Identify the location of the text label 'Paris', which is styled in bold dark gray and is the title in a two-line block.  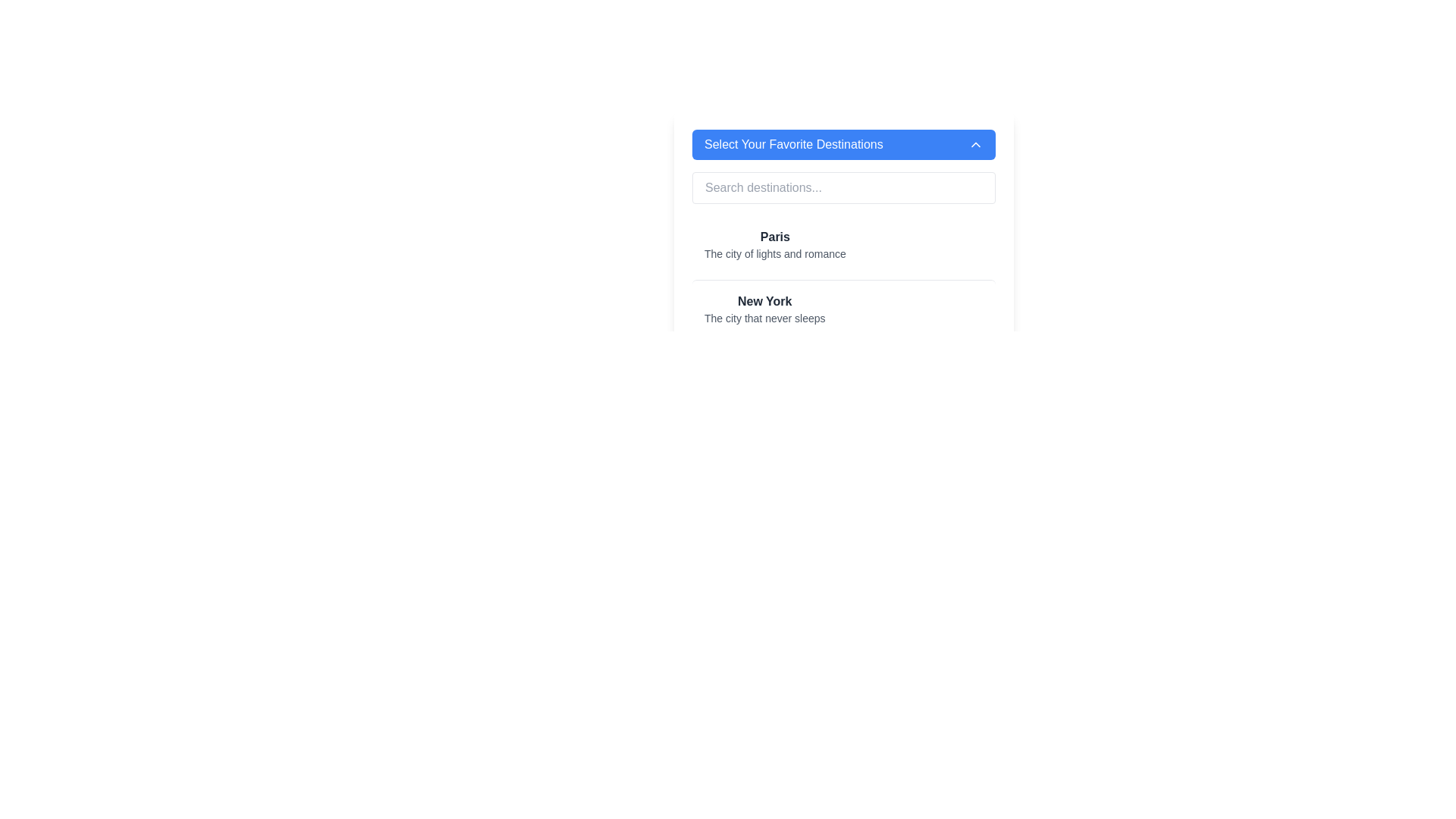
(775, 237).